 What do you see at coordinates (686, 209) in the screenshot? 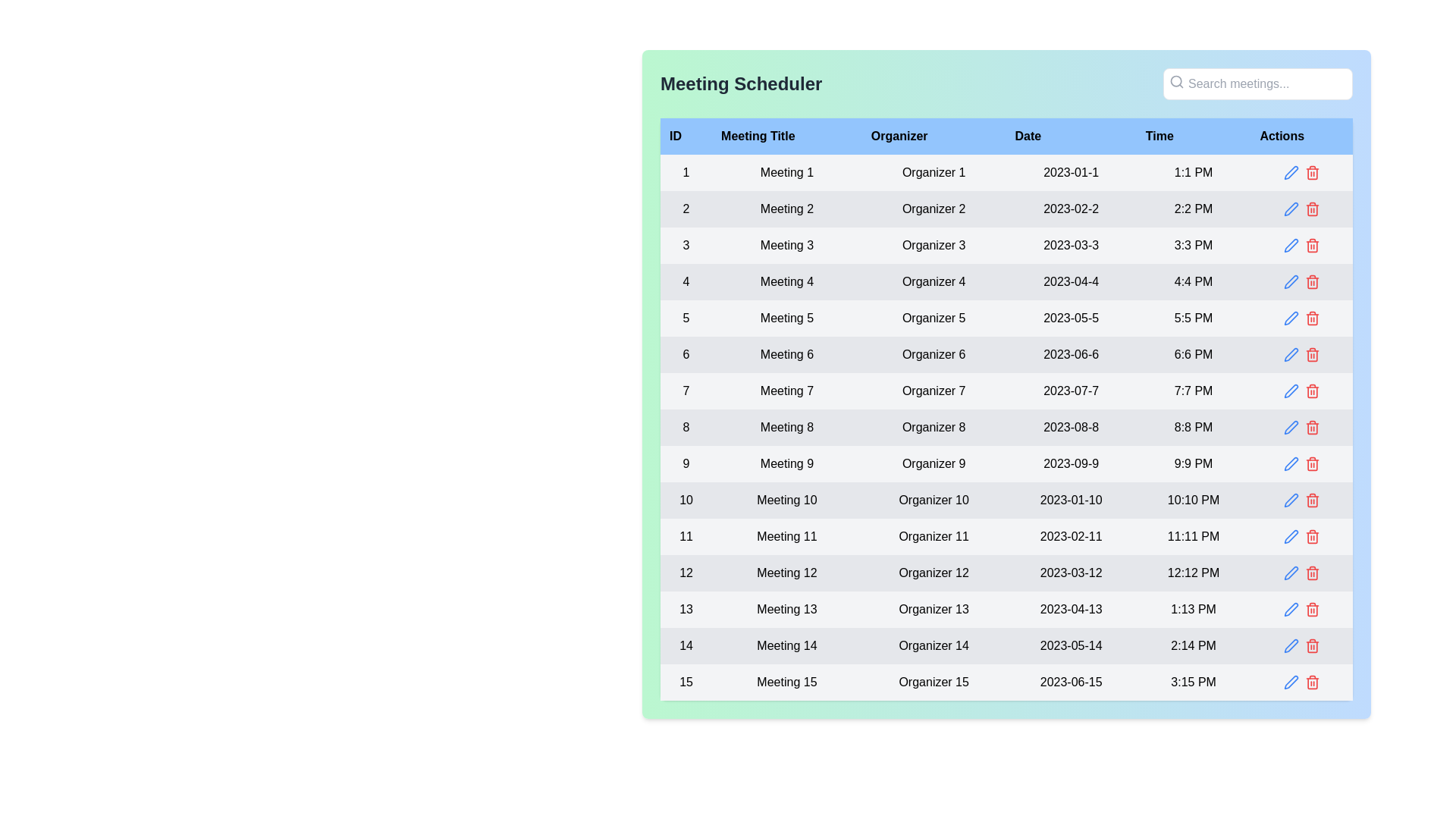
I see `the table cell that uniquely identifies 'Meeting 2', which is the first cell in the row under the 'ID' column` at bounding box center [686, 209].